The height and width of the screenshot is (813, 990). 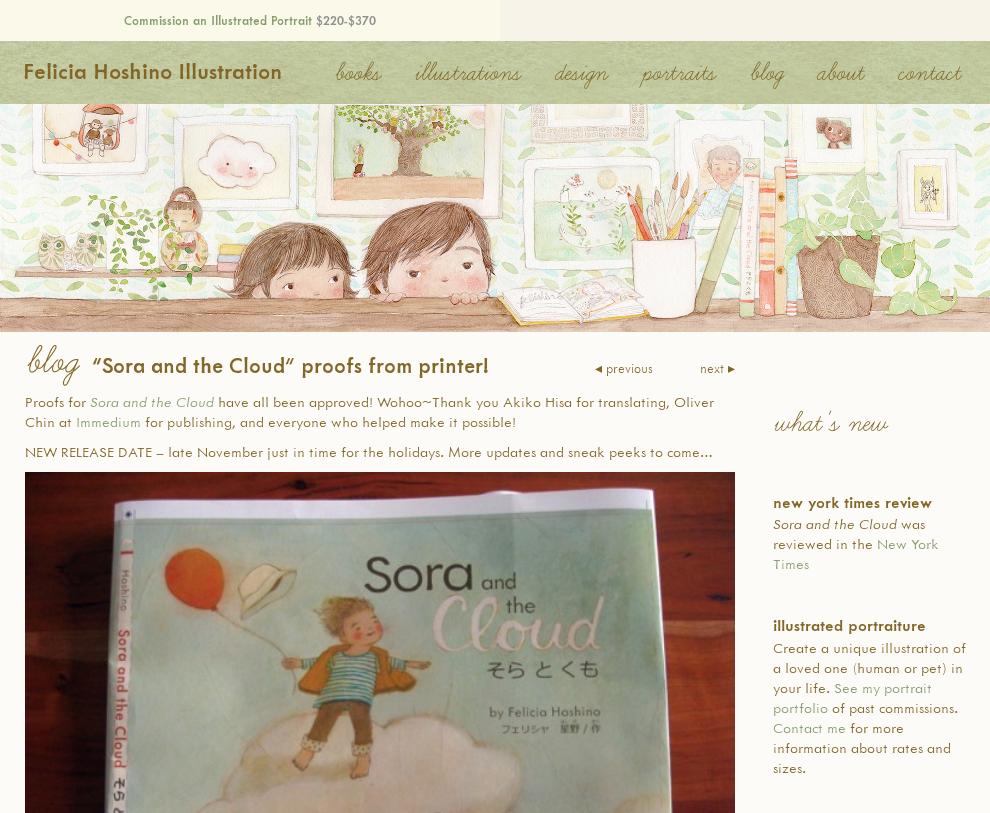 What do you see at coordinates (852, 500) in the screenshot?
I see `'New York Times Review'` at bounding box center [852, 500].